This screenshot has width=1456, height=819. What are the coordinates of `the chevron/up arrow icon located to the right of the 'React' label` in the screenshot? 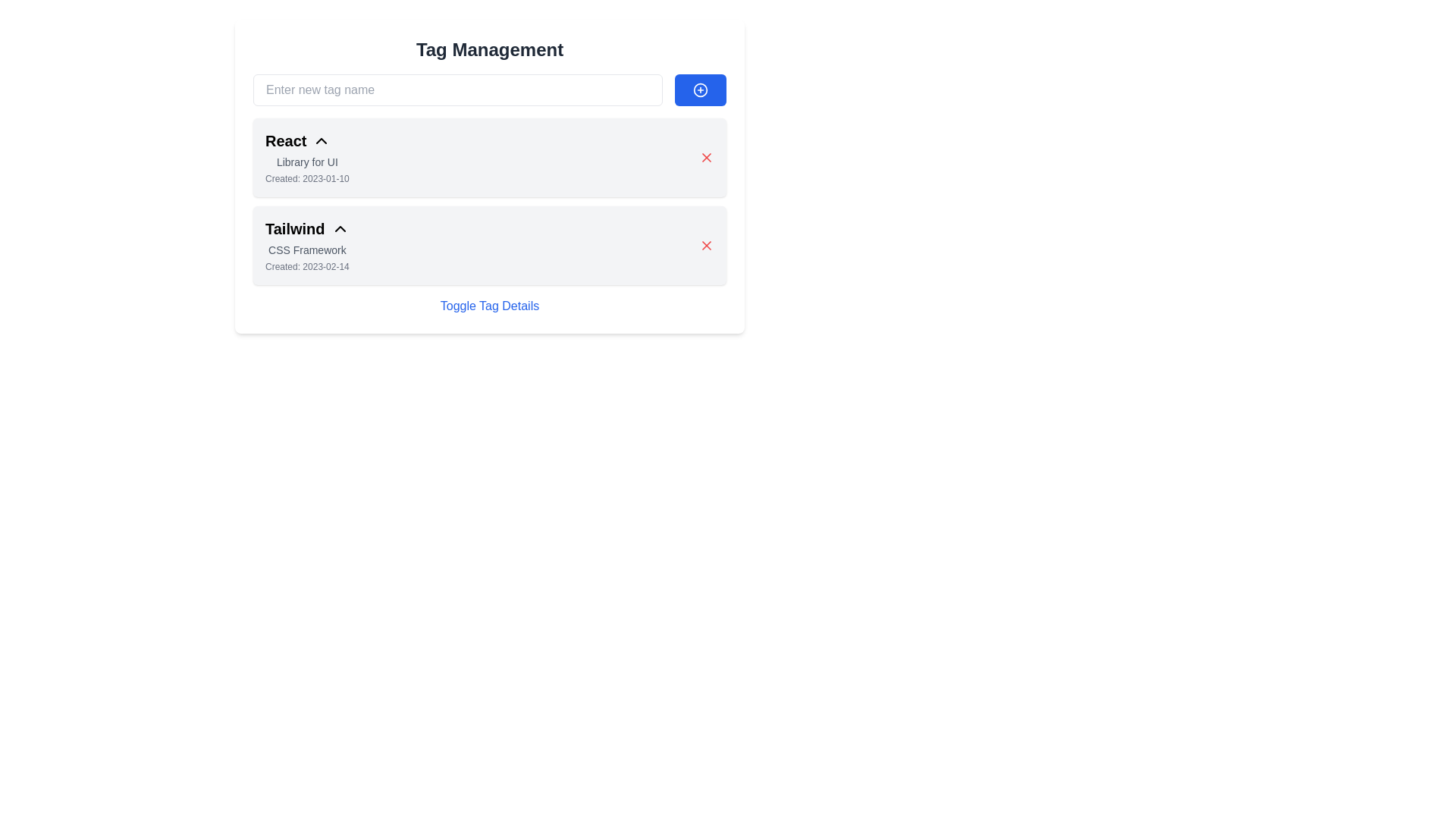 It's located at (321, 140).